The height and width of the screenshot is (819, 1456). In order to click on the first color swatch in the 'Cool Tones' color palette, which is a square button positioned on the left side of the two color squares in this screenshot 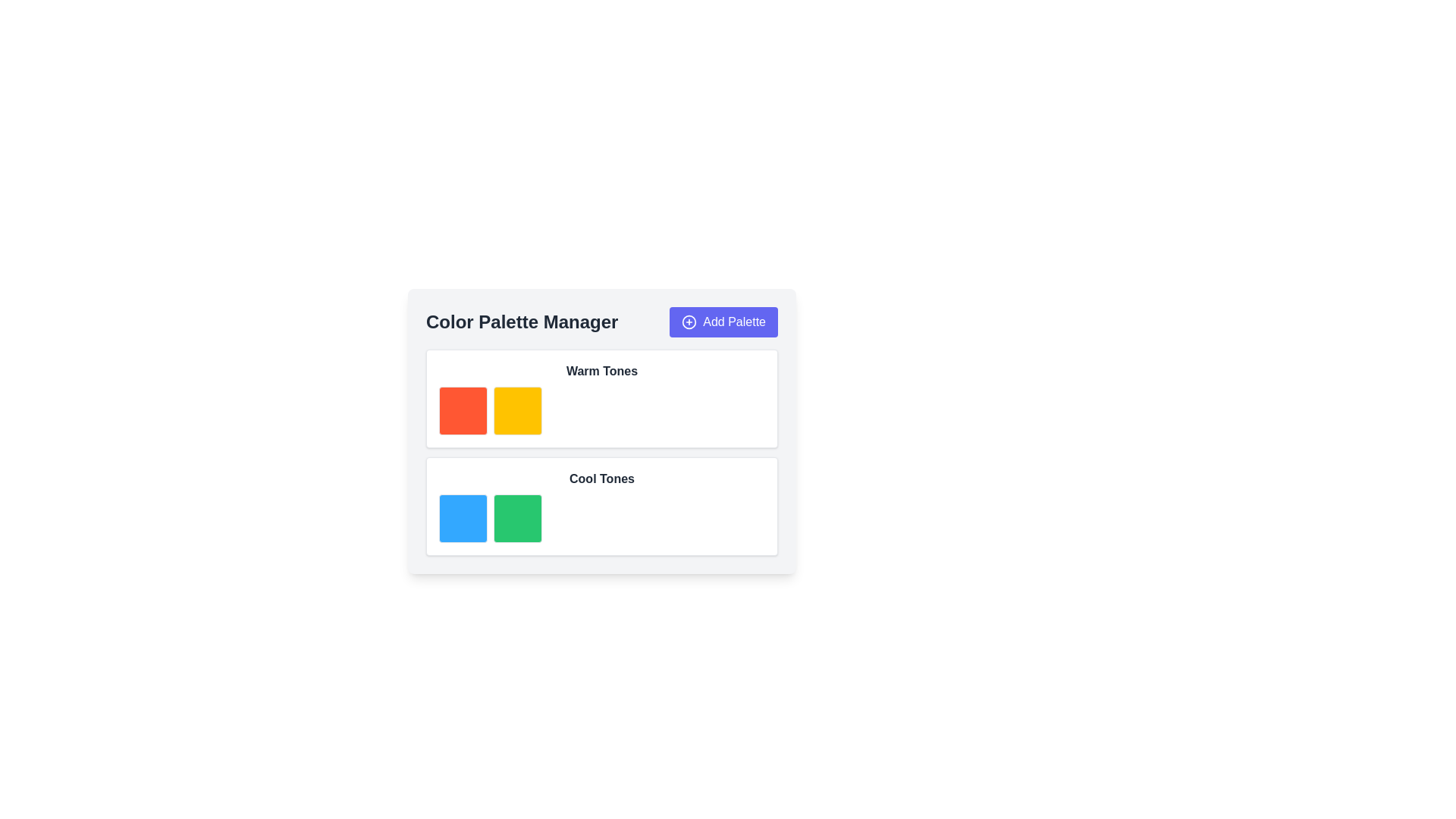, I will do `click(462, 517)`.